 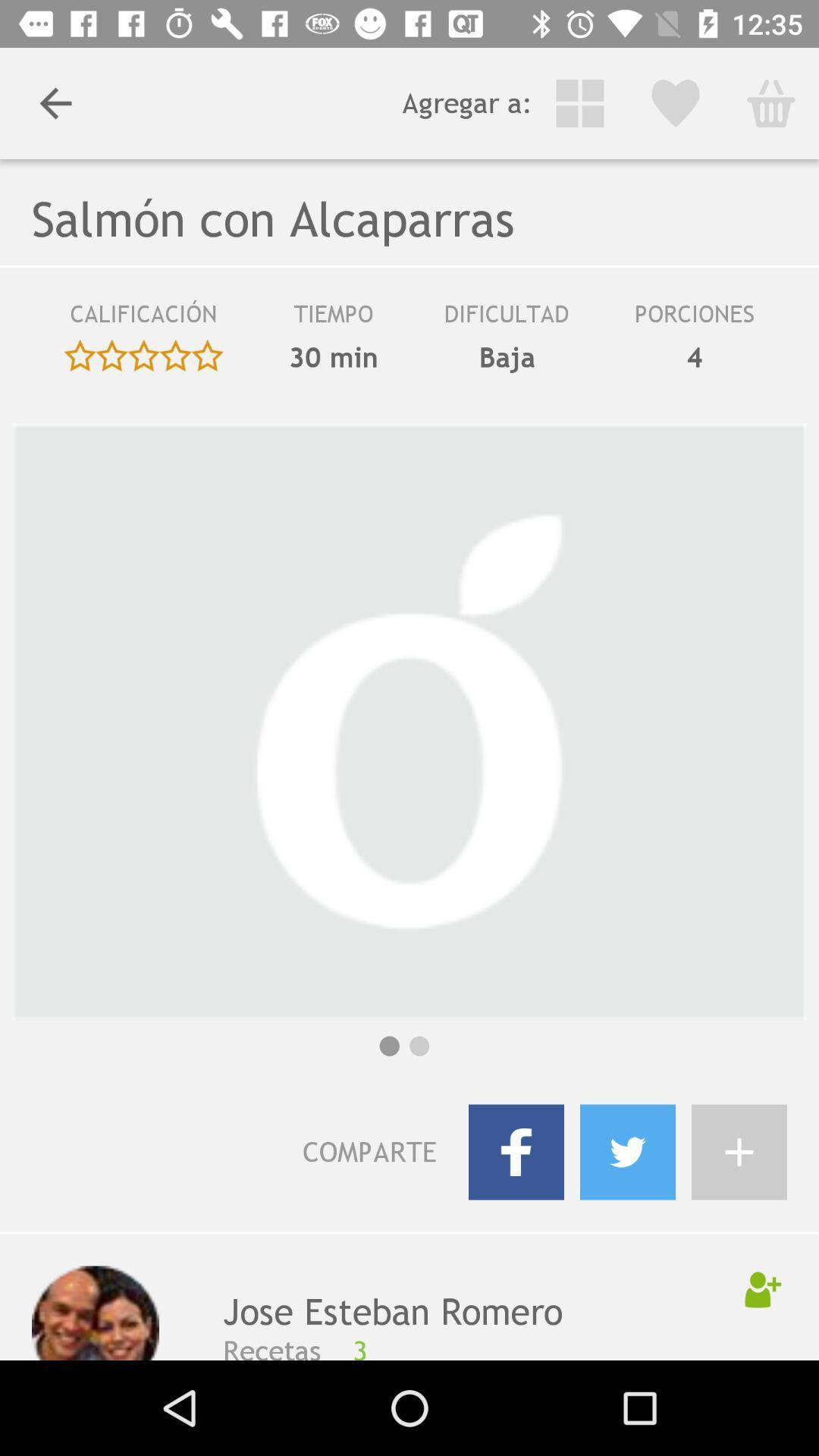 What do you see at coordinates (55, 102) in the screenshot?
I see `the item to the left of agregar a: item` at bounding box center [55, 102].